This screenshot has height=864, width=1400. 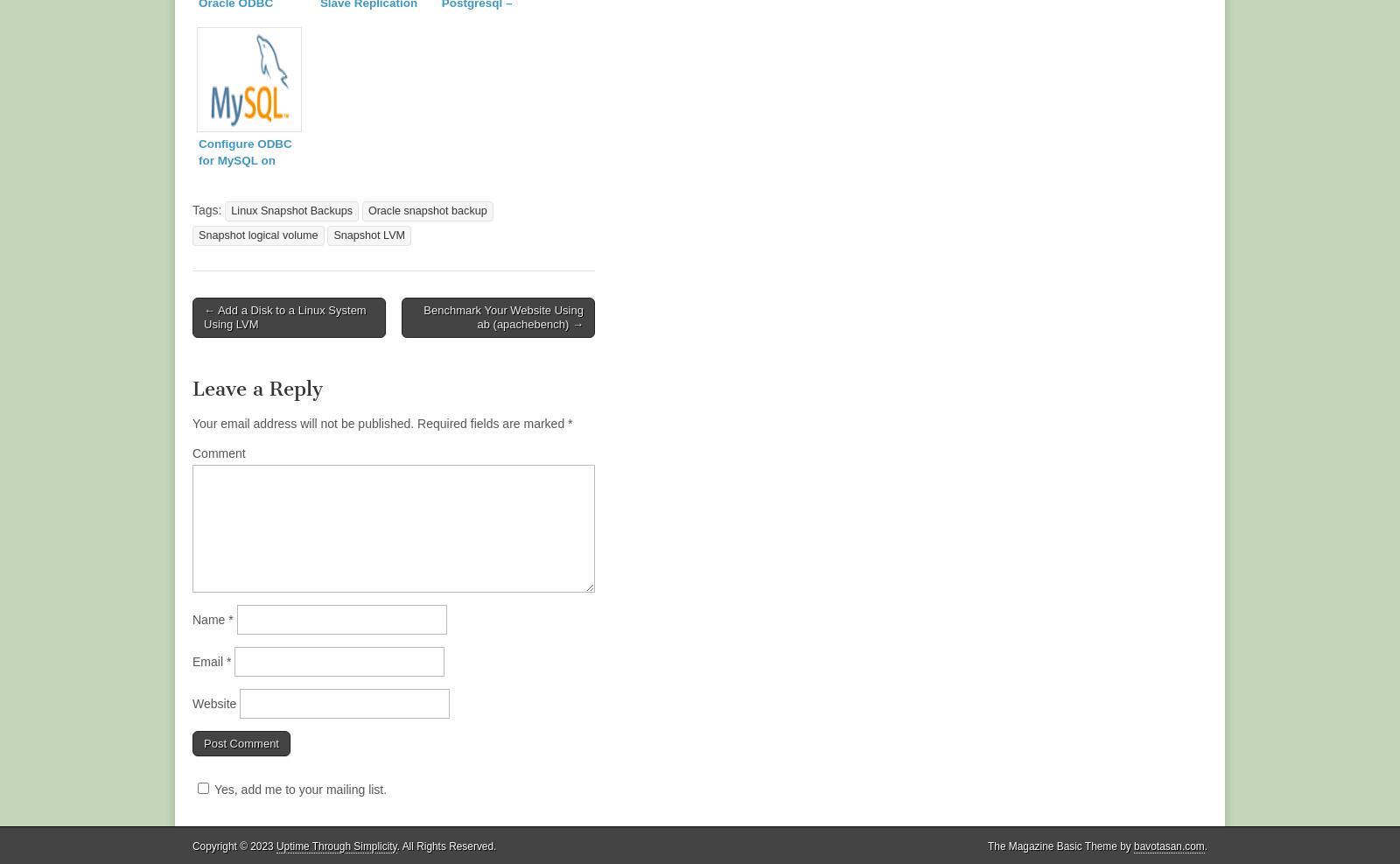 What do you see at coordinates (300, 789) in the screenshot?
I see `'Yes, add me to your mailing list.'` at bounding box center [300, 789].